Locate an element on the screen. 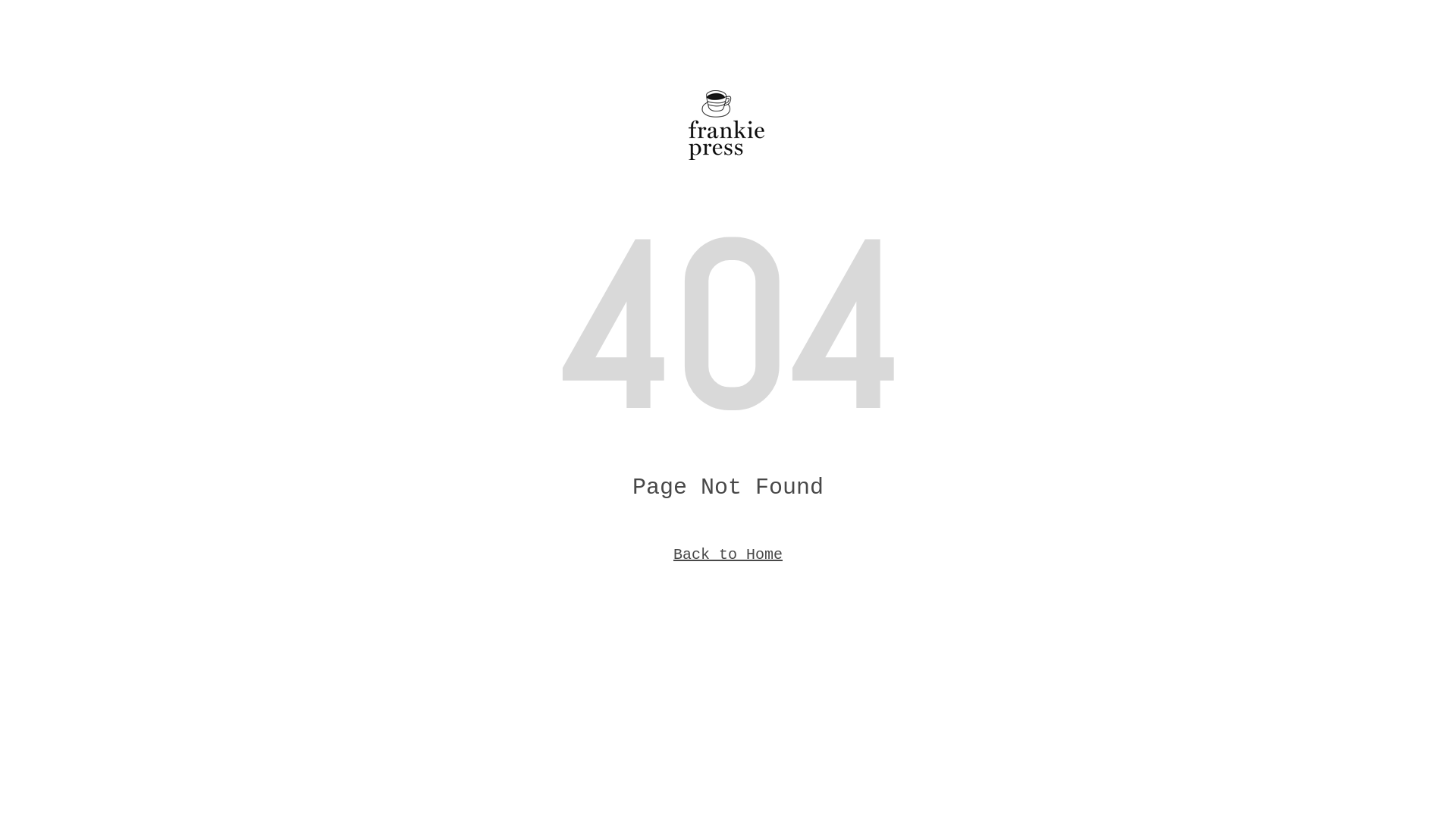 The image size is (1456, 819). 'Back to Home' is located at coordinates (728, 554).